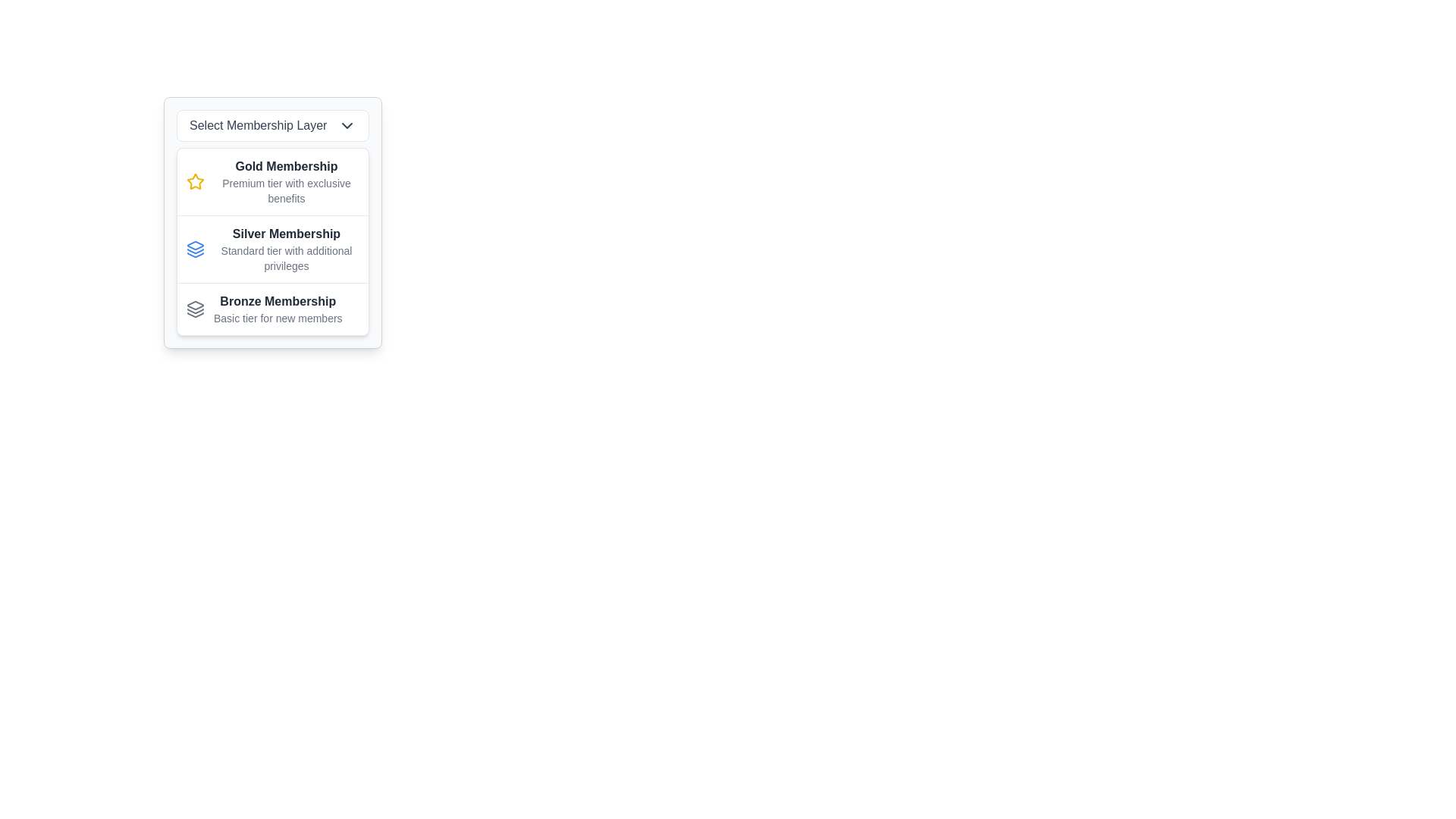 The image size is (1456, 819). I want to click on the descriptive text element providing details about the 'Bronze Membership' option, which is positioned below the title 'Bronze Membership' in the membership selection menu, so click(278, 318).